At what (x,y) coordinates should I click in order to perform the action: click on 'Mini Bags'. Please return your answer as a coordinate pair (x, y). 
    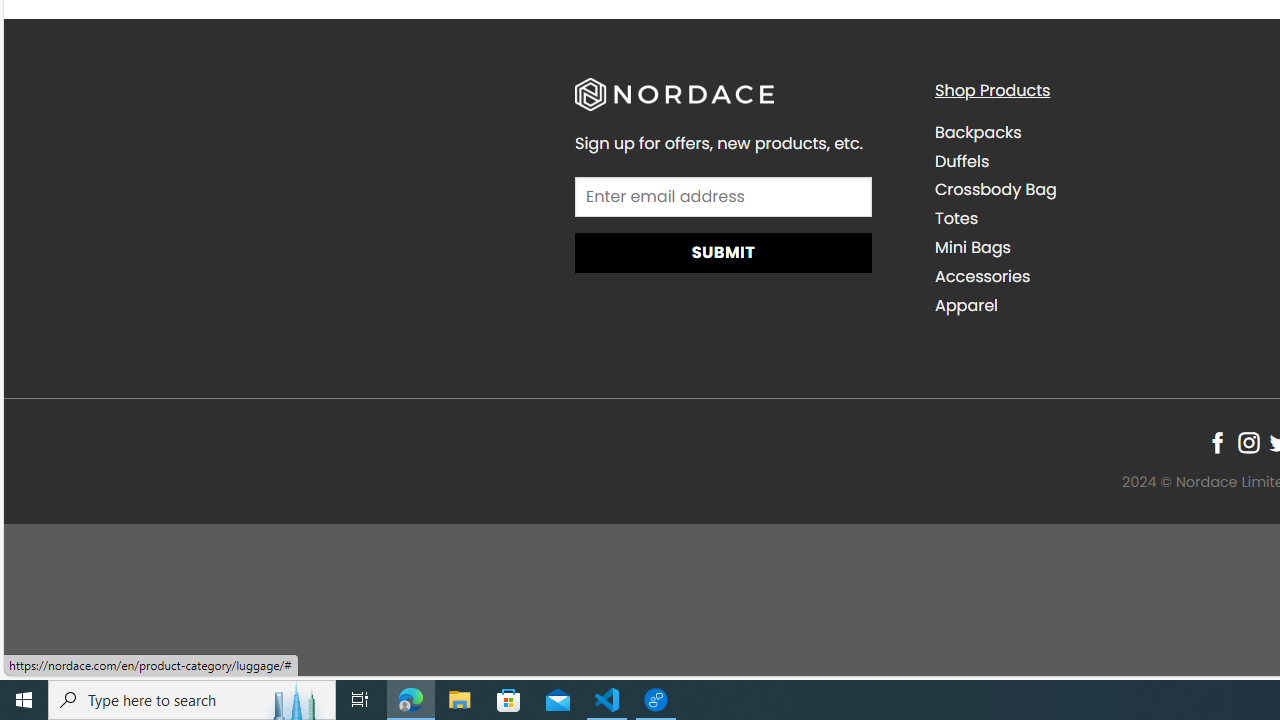
    Looking at the image, I should click on (1098, 246).